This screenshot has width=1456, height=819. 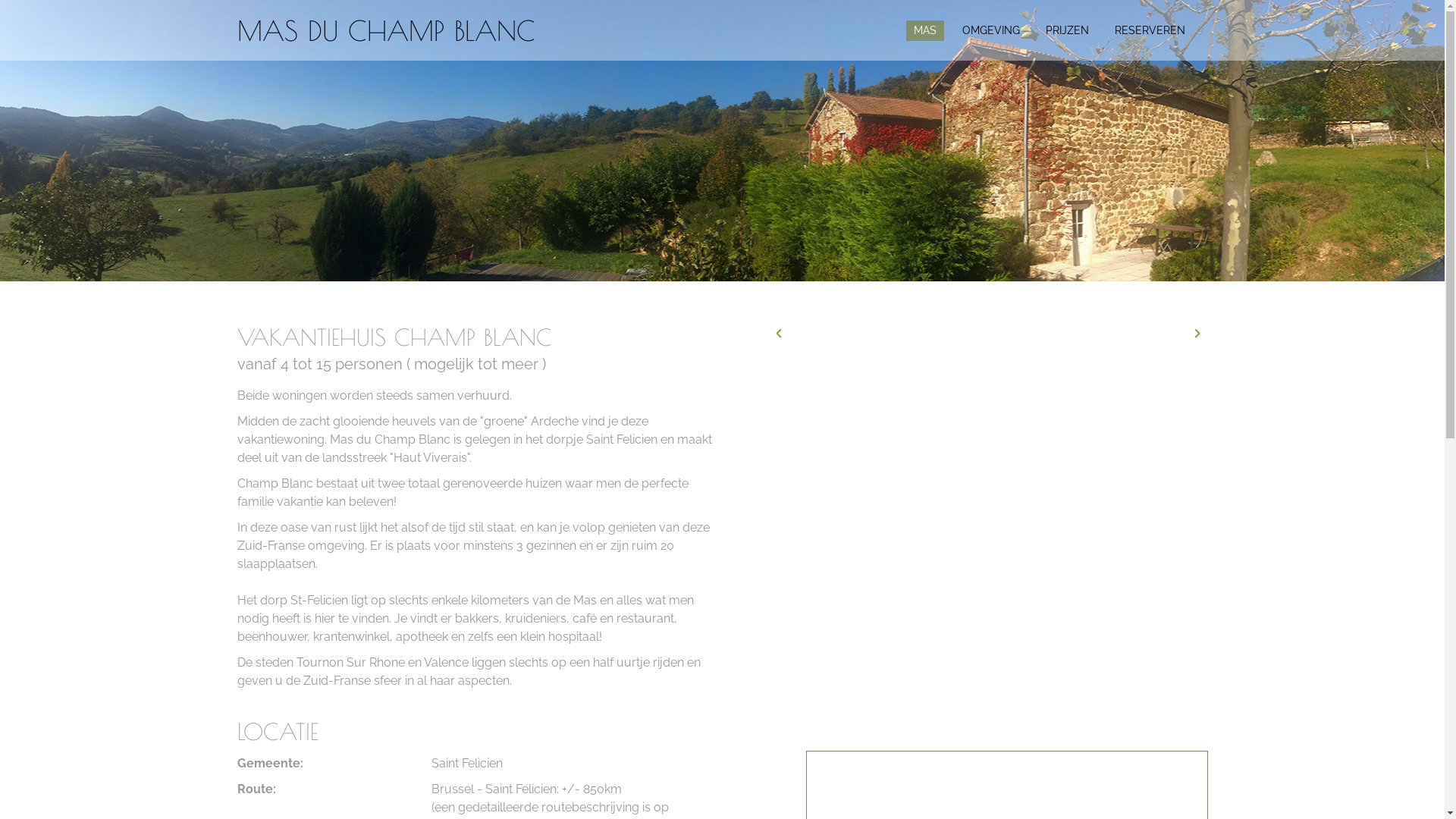 What do you see at coordinates (1150, 30) in the screenshot?
I see `'RESERVEREN'` at bounding box center [1150, 30].